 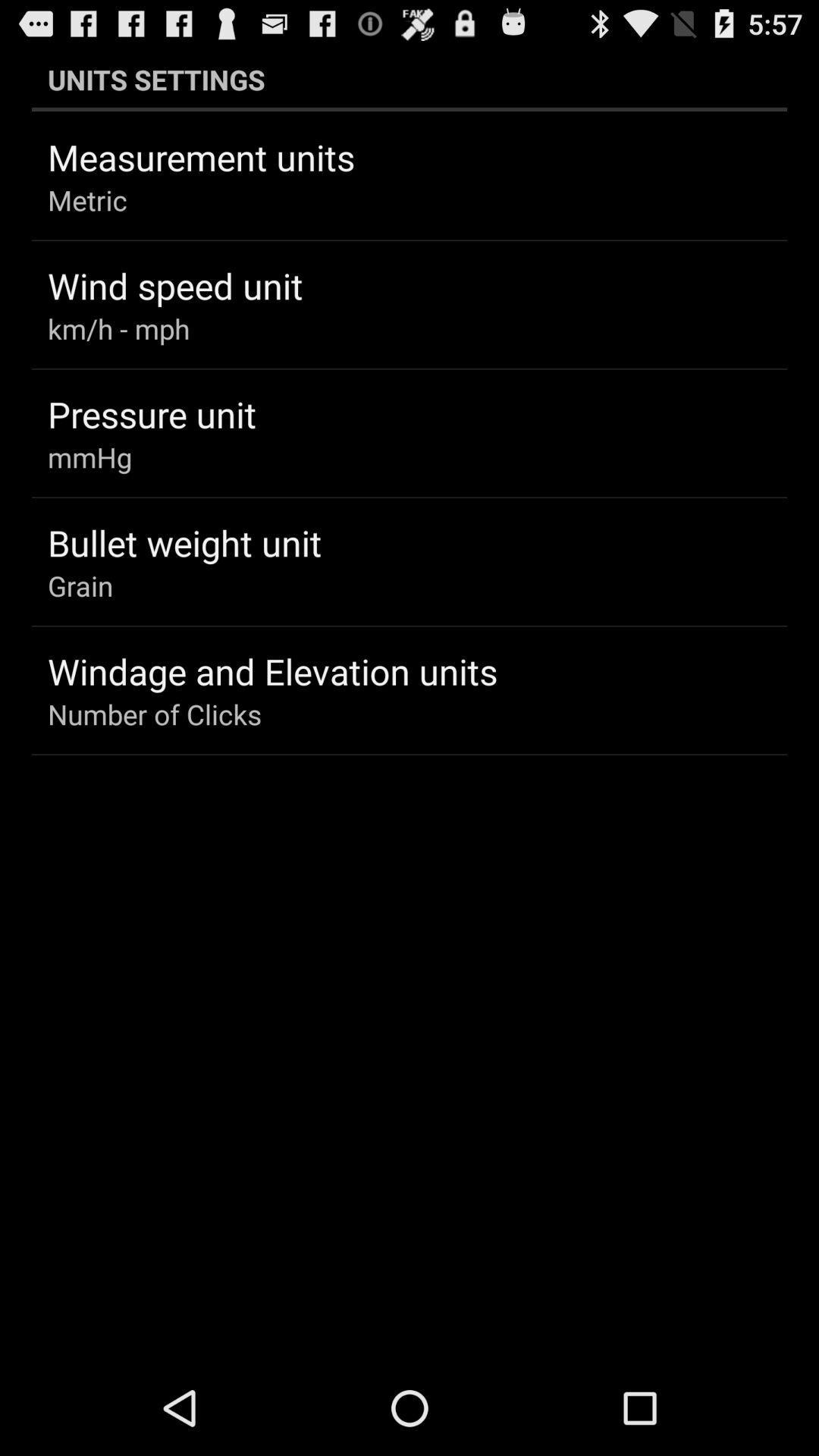 I want to click on measurement units item, so click(x=200, y=157).